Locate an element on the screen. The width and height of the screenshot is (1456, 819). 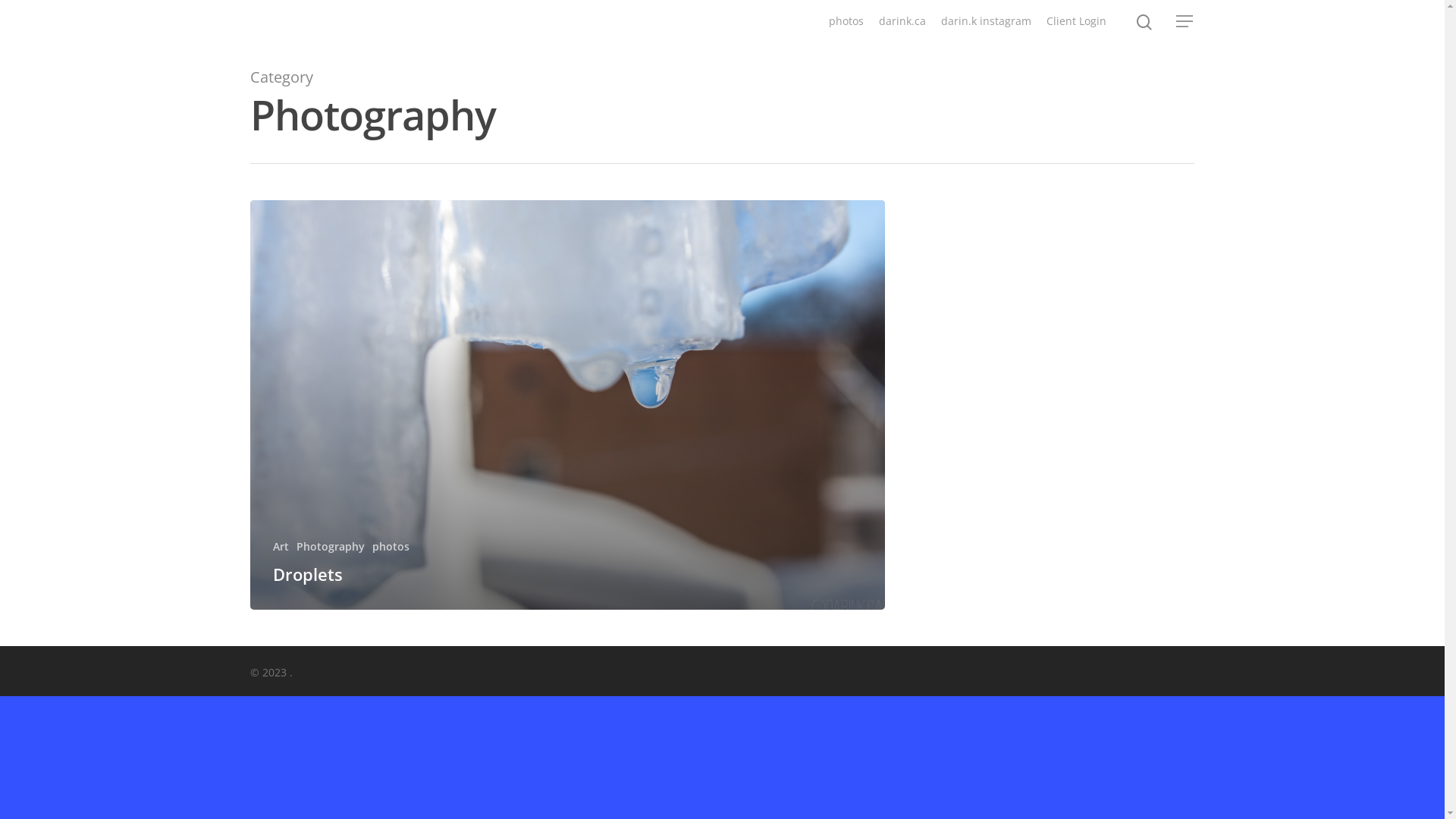
'Art' is located at coordinates (281, 546).